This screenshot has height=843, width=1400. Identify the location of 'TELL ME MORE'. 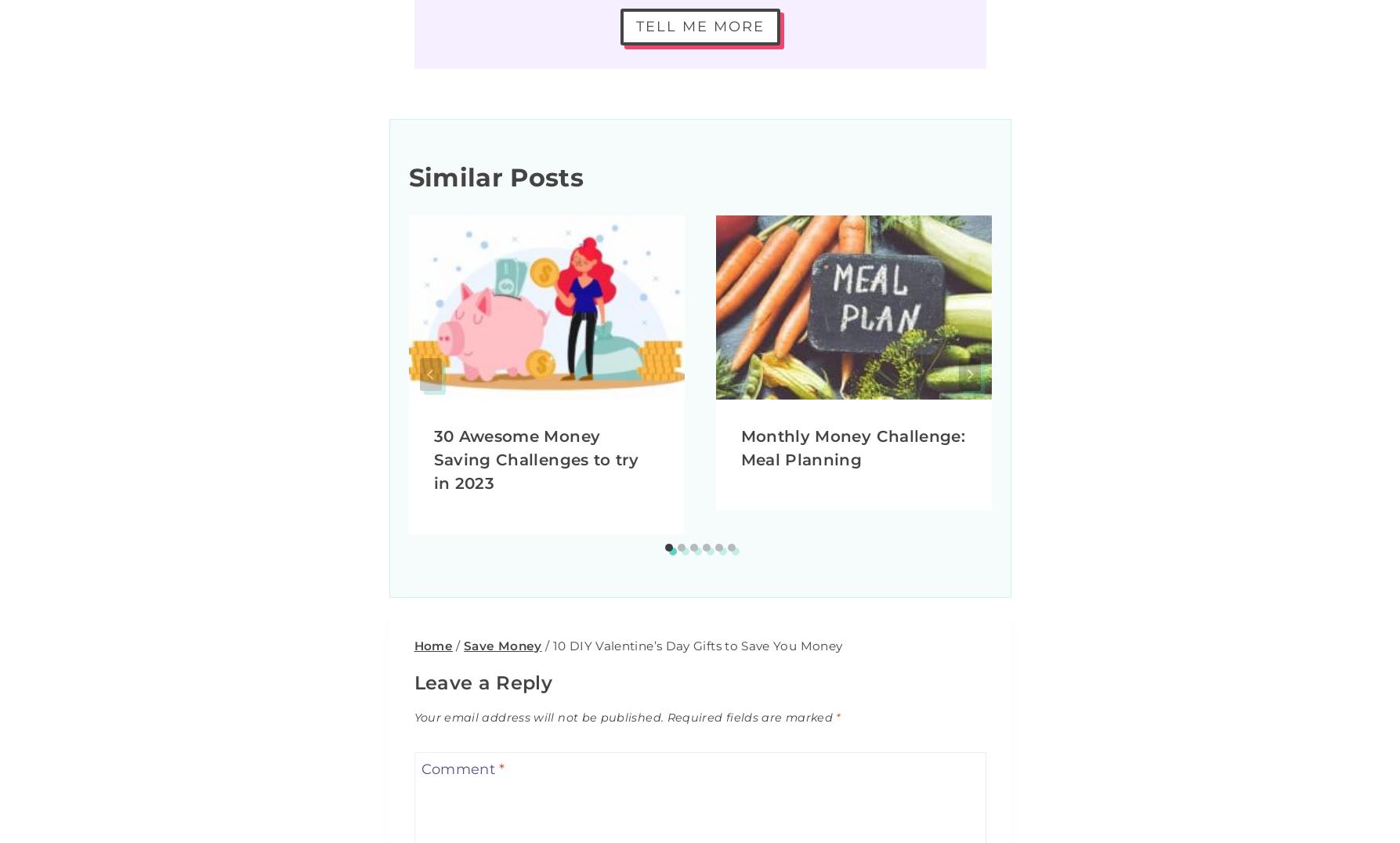
(699, 26).